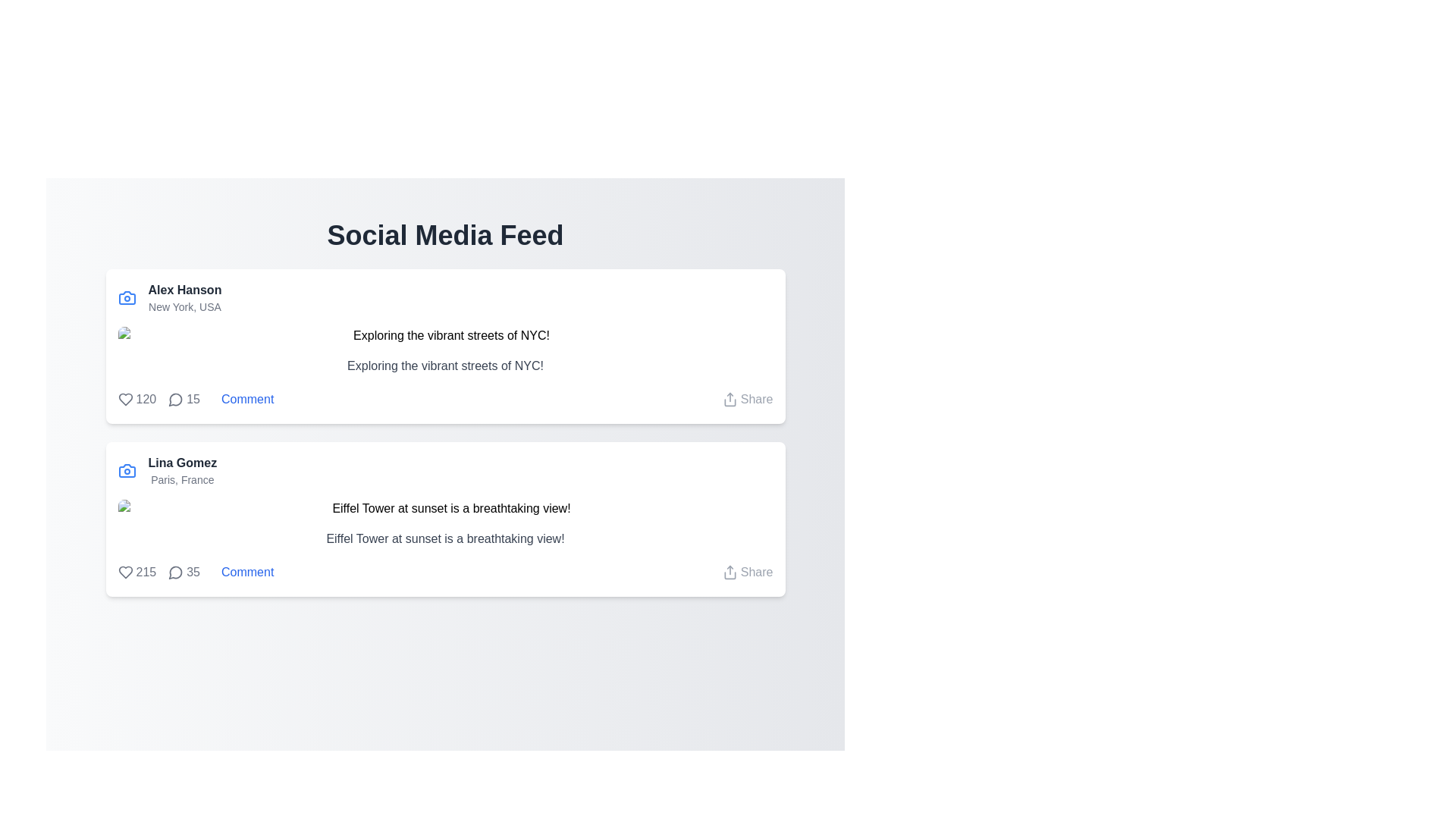 This screenshot has height=819, width=1456. What do you see at coordinates (125, 399) in the screenshot?
I see `the heart icon in the bottom left corner of the first feed post to like or unlike the post` at bounding box center [125, 399].